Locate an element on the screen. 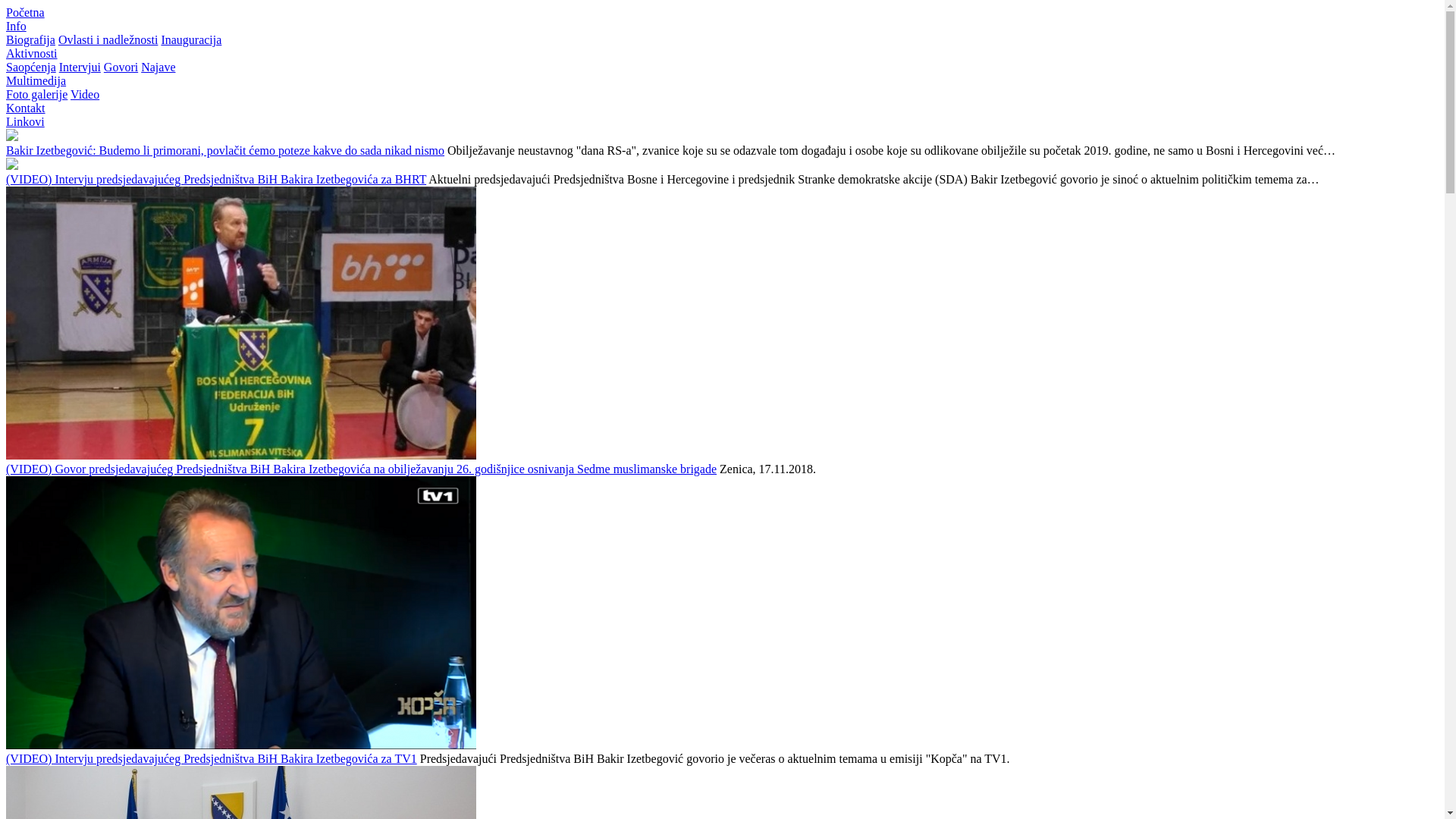  'Intervjui' is located at coordinates (79, 66).